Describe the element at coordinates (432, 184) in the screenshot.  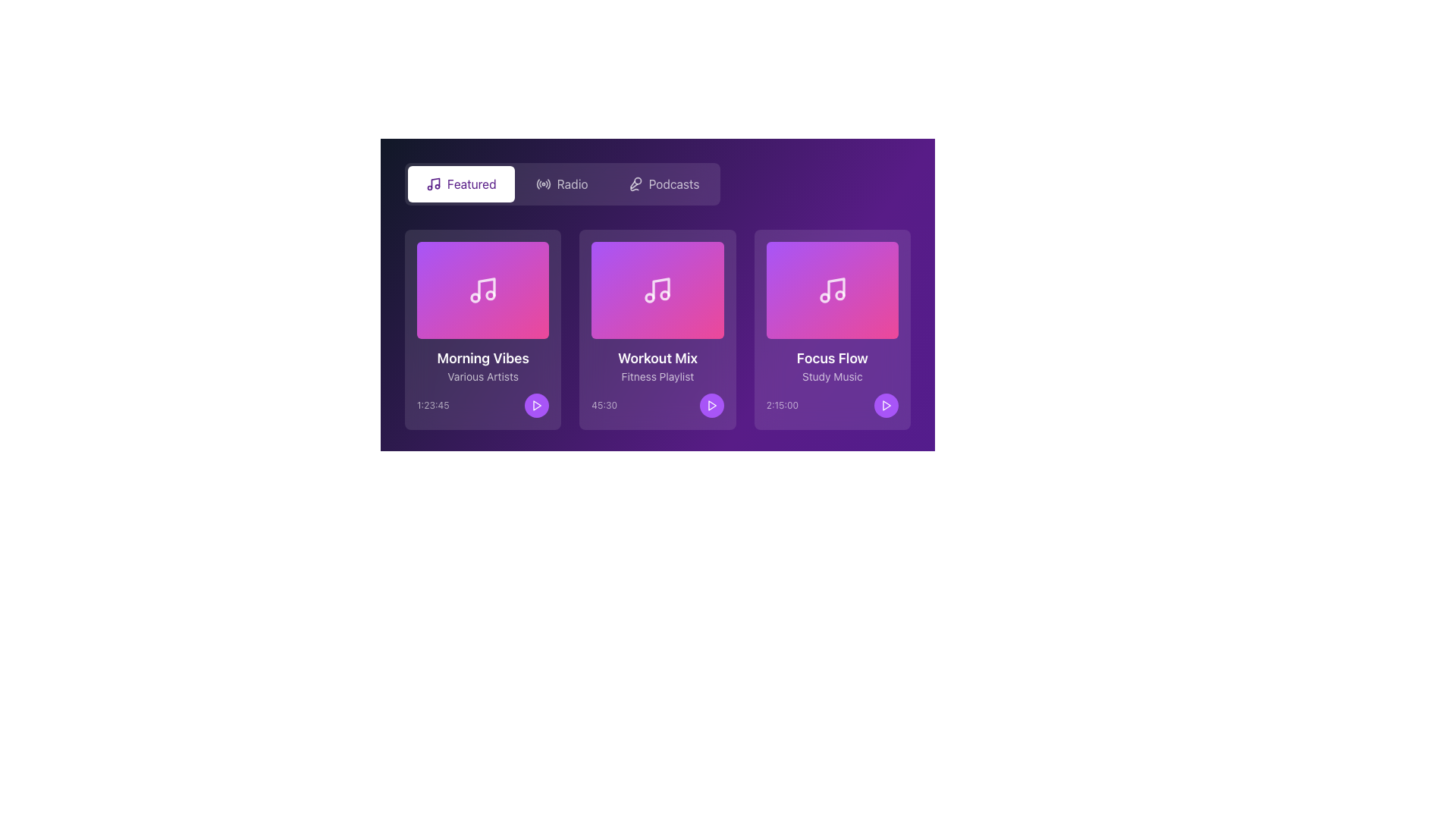
I see `the small purple music note-shaped icon inside the button labeled 'Featured', which is located in the upper left corner of the interface` at that location.